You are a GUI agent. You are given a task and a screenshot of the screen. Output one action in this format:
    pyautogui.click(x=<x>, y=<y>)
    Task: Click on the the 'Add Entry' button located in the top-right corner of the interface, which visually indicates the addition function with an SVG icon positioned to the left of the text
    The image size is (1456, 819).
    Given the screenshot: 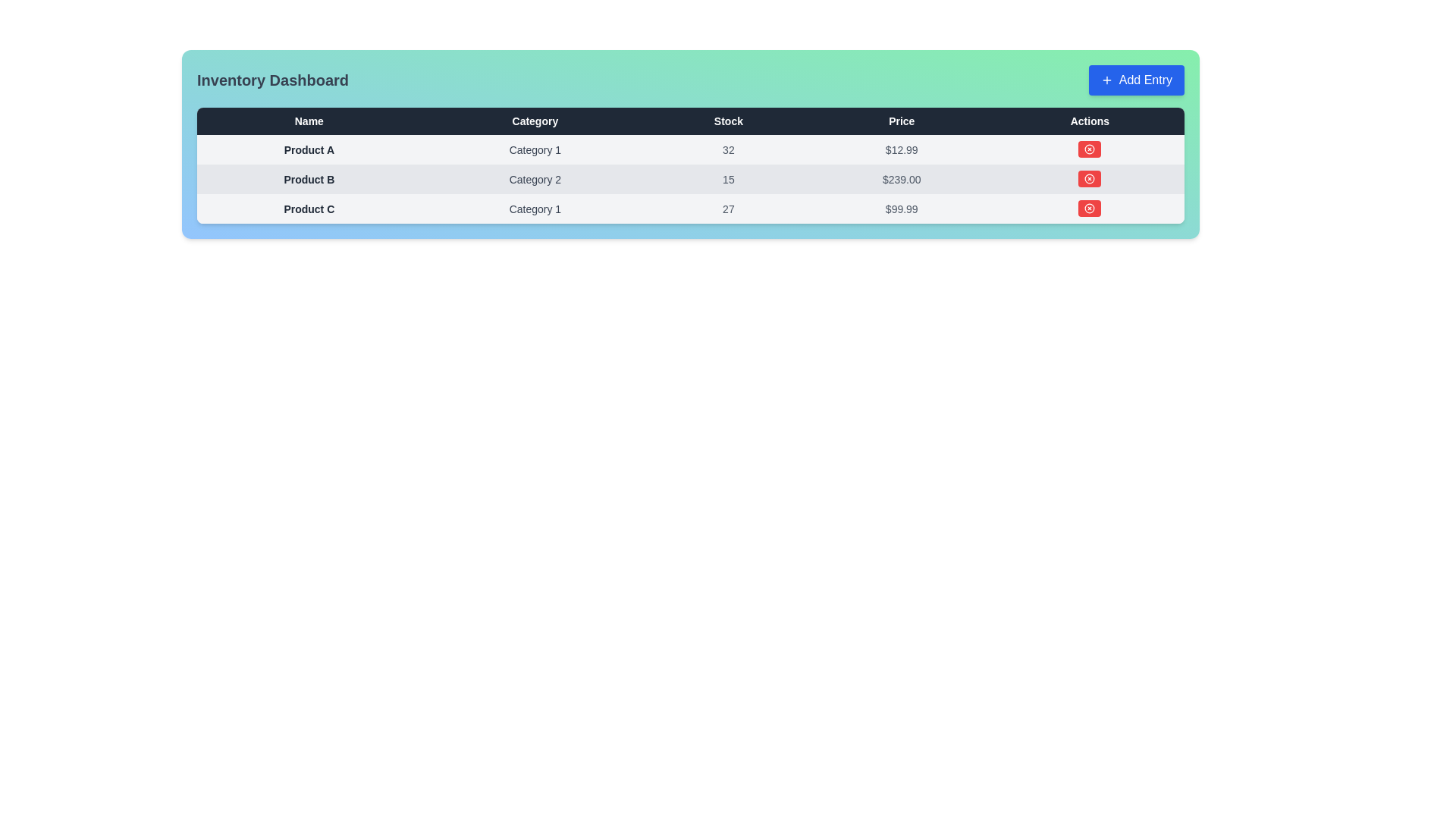 What is the action you would take?
    pyautogui.click(x=1106, y=80)
    